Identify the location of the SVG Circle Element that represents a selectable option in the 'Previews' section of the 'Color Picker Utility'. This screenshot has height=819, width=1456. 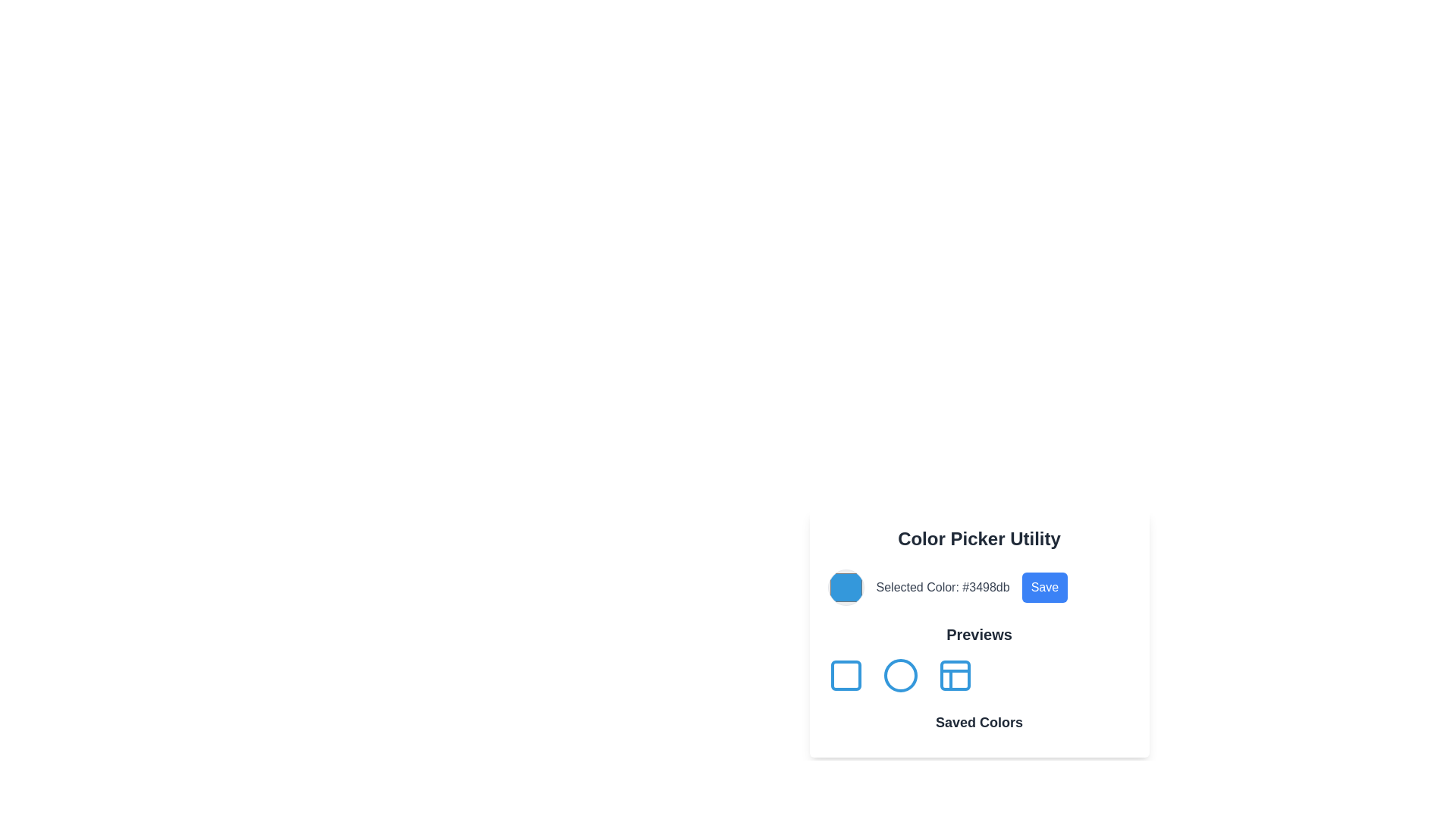
(900, 675).